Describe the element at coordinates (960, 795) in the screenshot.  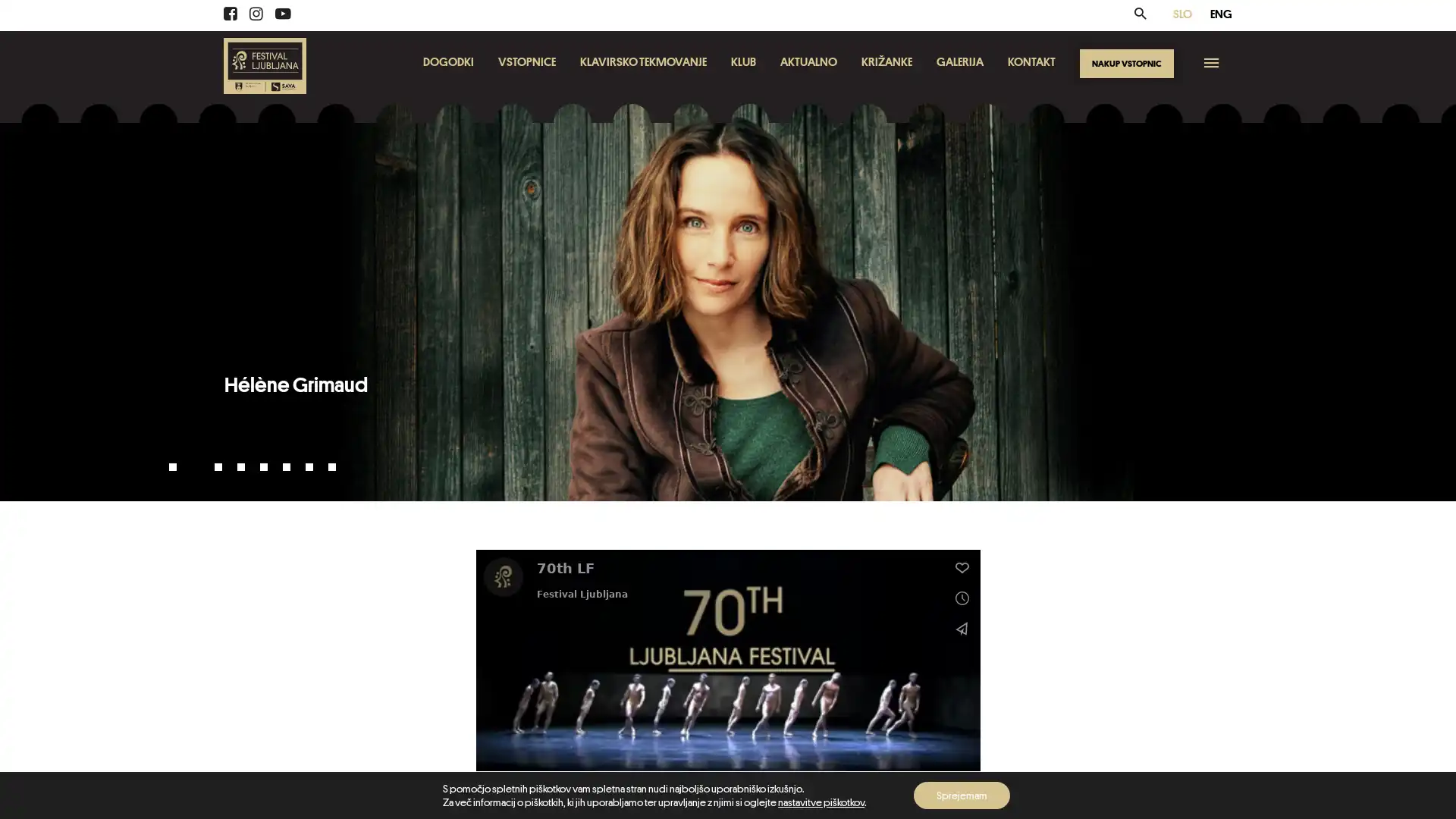
I see `Sprejemam` at that location.